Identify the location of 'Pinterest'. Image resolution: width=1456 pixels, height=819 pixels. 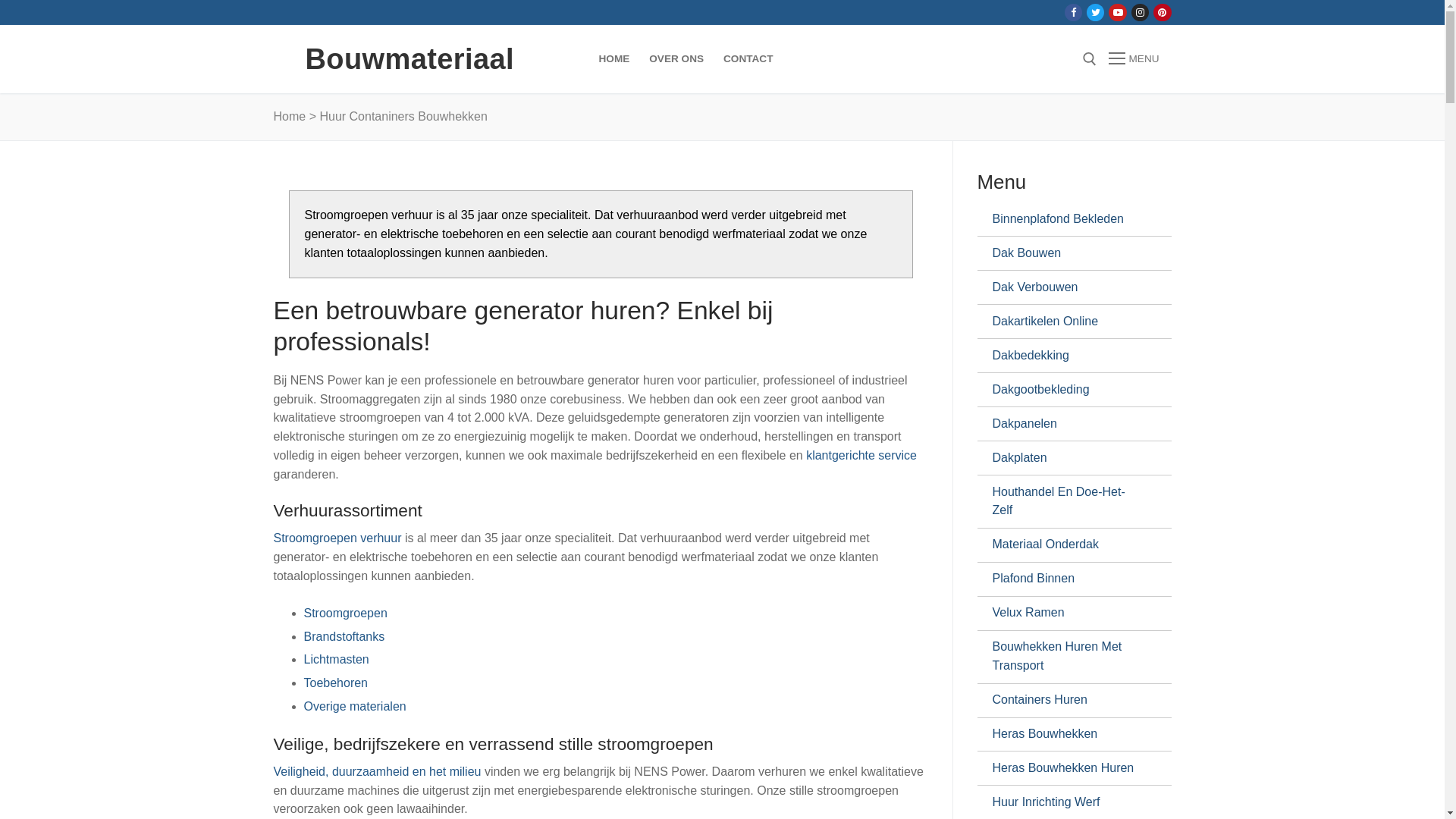
(1161, 12).